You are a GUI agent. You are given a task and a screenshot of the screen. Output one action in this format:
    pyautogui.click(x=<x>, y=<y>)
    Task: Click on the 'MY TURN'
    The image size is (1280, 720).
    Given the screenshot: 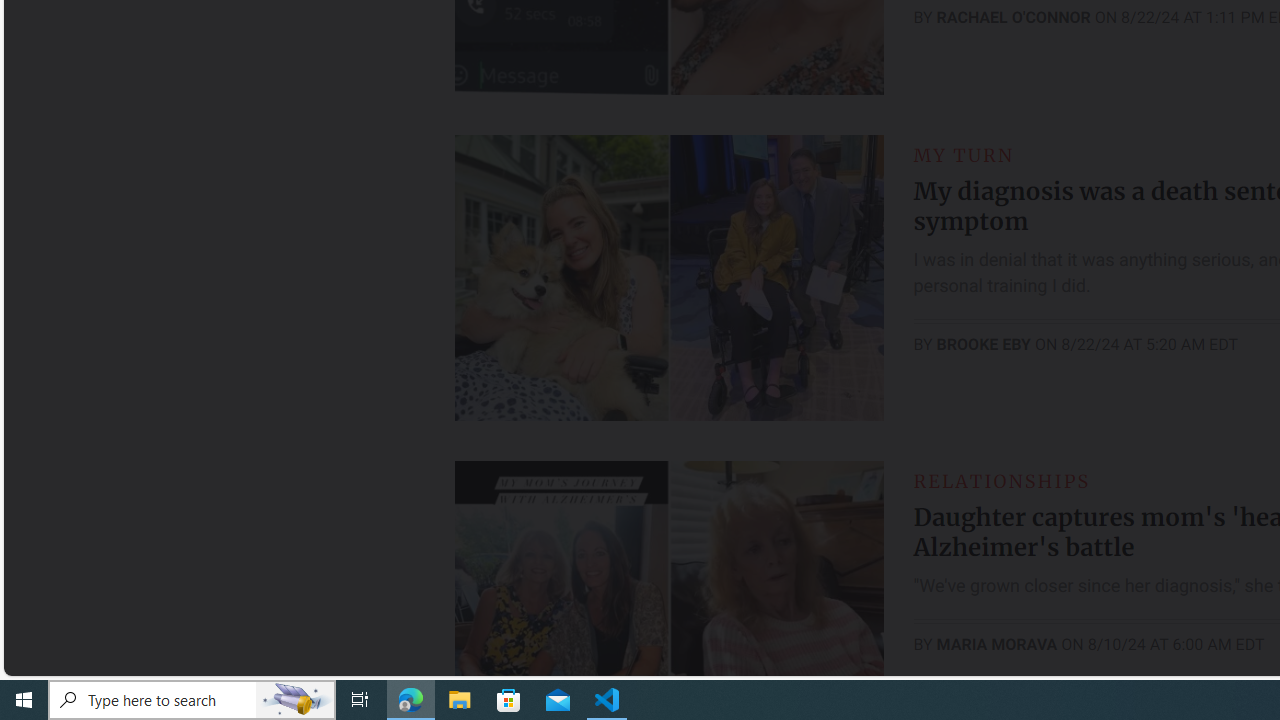 What is the action you would take?
    pyautogui.click(x=963, y=154)
    